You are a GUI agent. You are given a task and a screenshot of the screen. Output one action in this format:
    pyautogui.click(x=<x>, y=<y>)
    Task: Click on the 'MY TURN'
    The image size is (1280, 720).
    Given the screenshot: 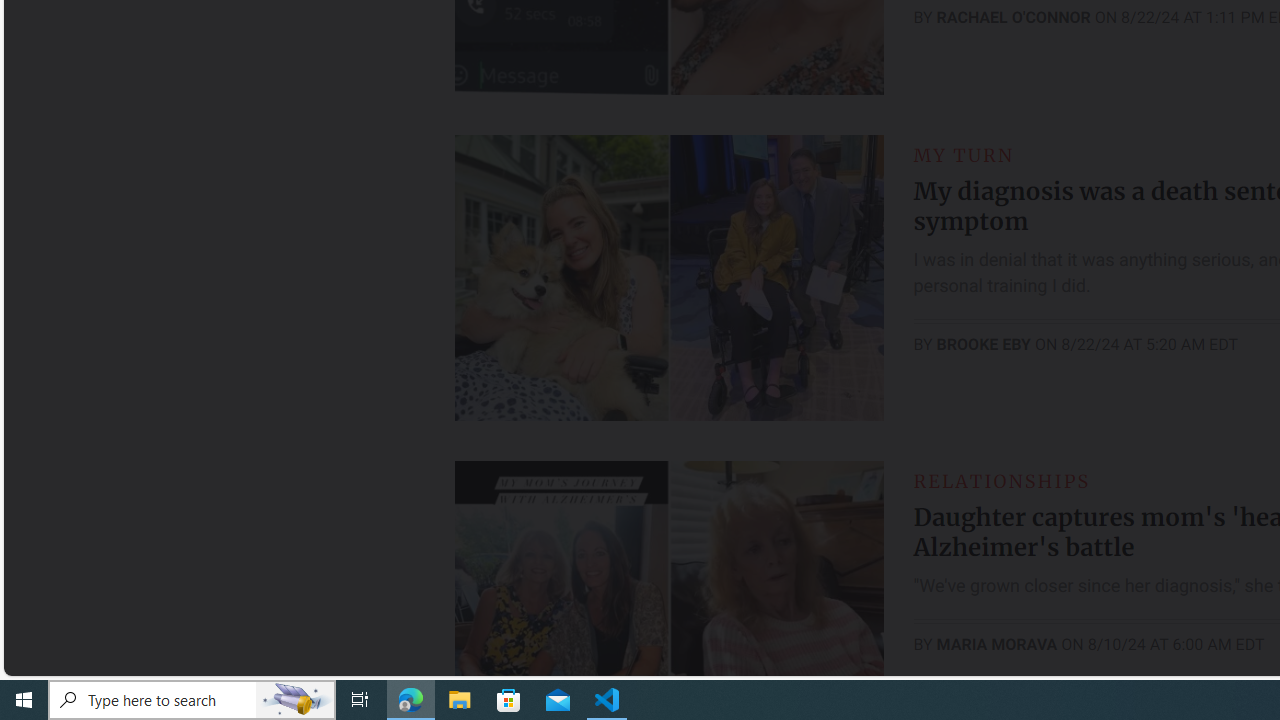 What is the action you would take?
    pyautogui.click(x=963, y=154)
    